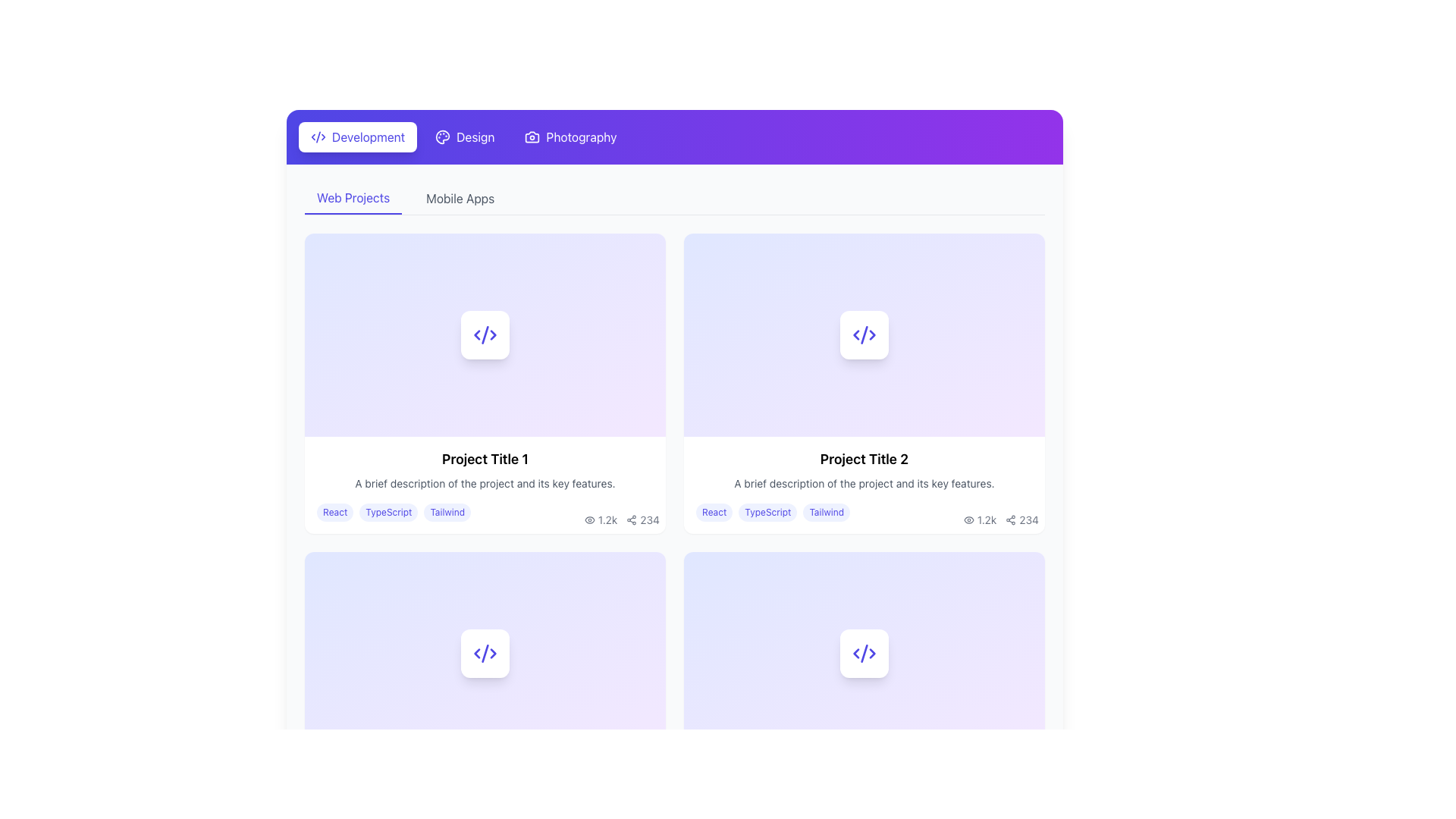 The width and height of the screenshot is (1456, 819). What do you see at coordinates (484, 333) in the screenshot?
I see `the middle slanted line icon within the SVG representation on the card labeled 'Project Title 1'` at bounding box center [484, 333].